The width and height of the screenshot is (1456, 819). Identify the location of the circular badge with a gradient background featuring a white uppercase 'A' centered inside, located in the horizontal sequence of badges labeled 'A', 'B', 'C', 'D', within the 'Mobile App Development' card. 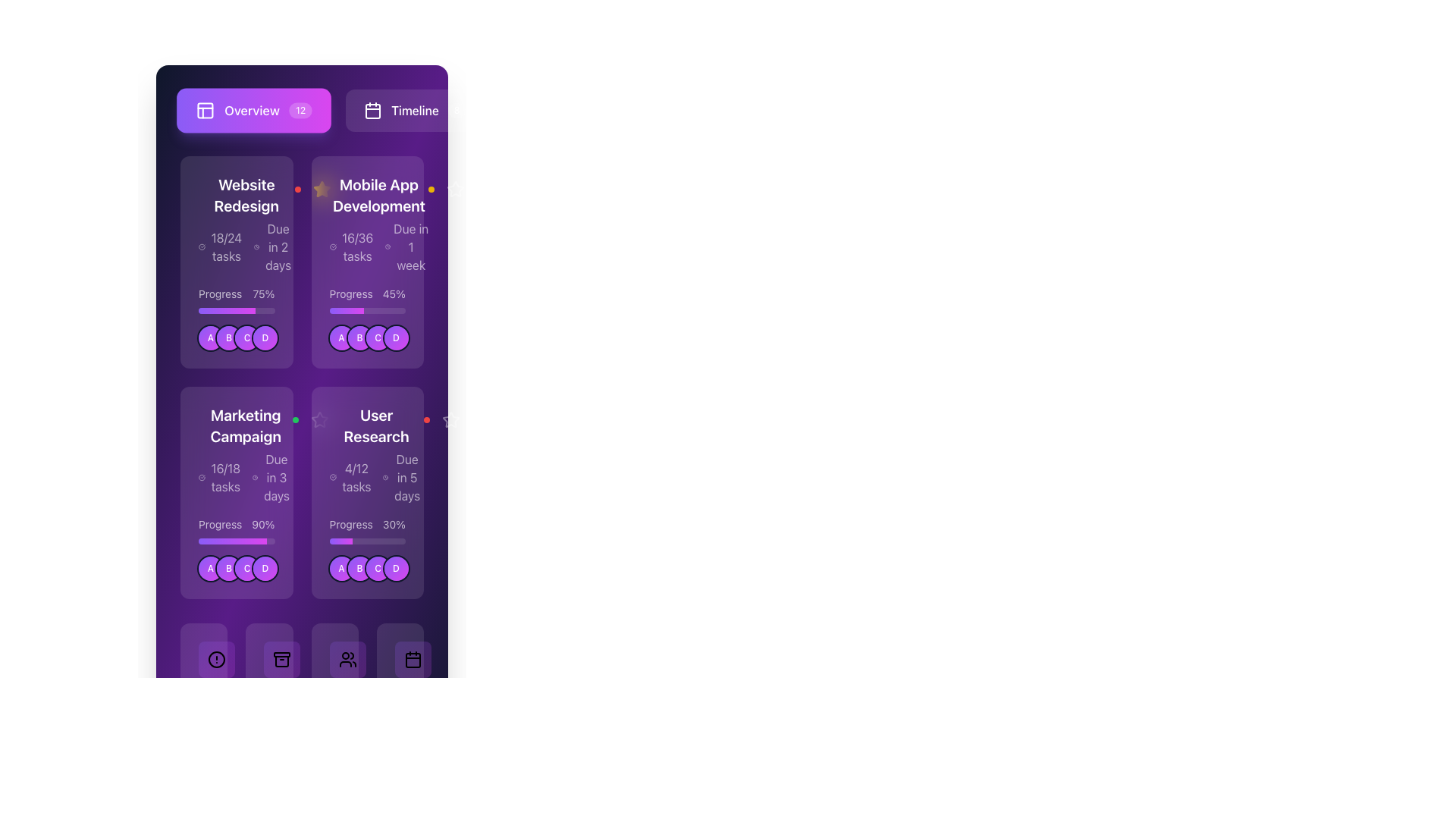
(340, 337).